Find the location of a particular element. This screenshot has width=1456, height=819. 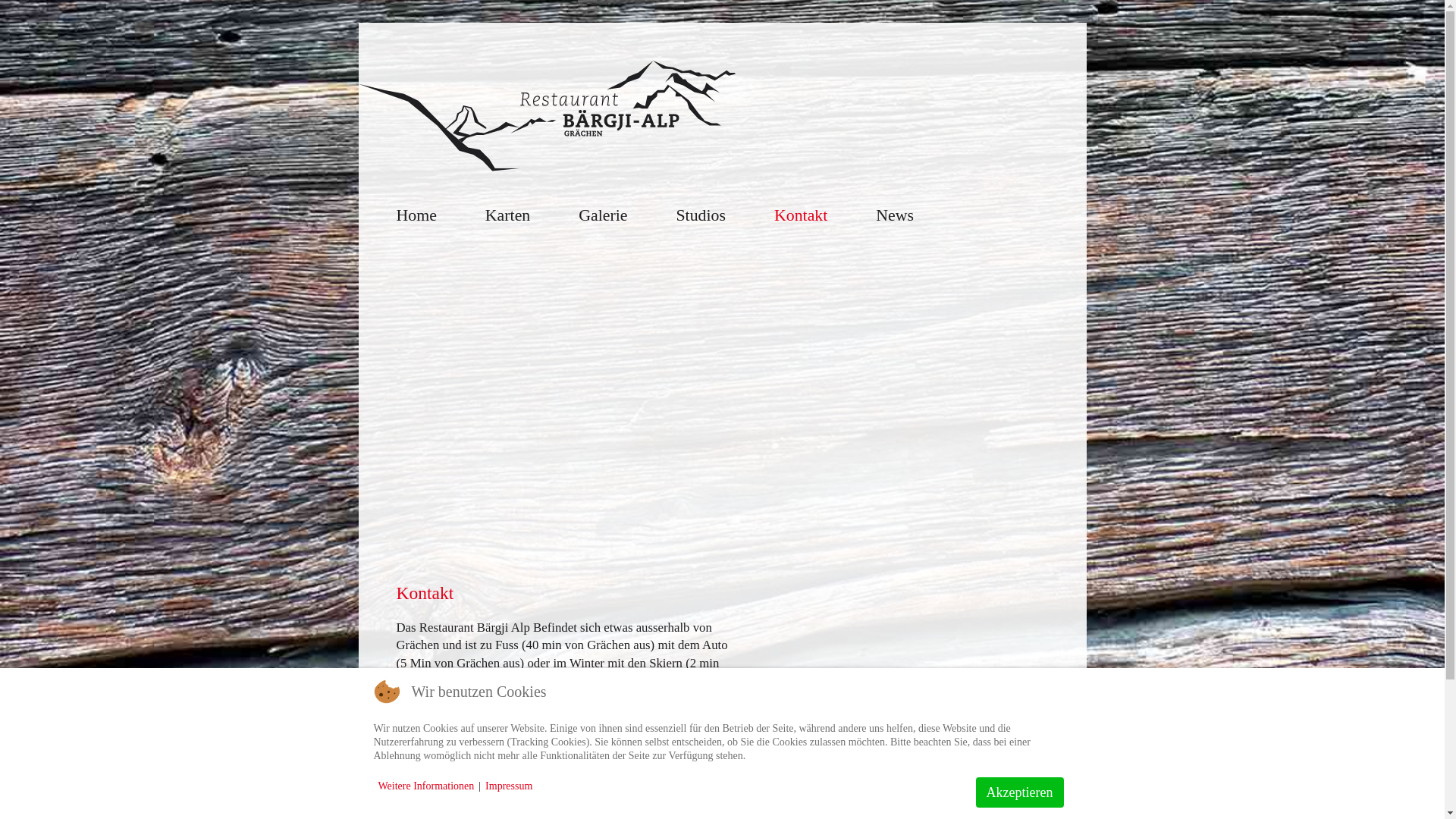

'Impressum' is located at coordinates (509, 786).